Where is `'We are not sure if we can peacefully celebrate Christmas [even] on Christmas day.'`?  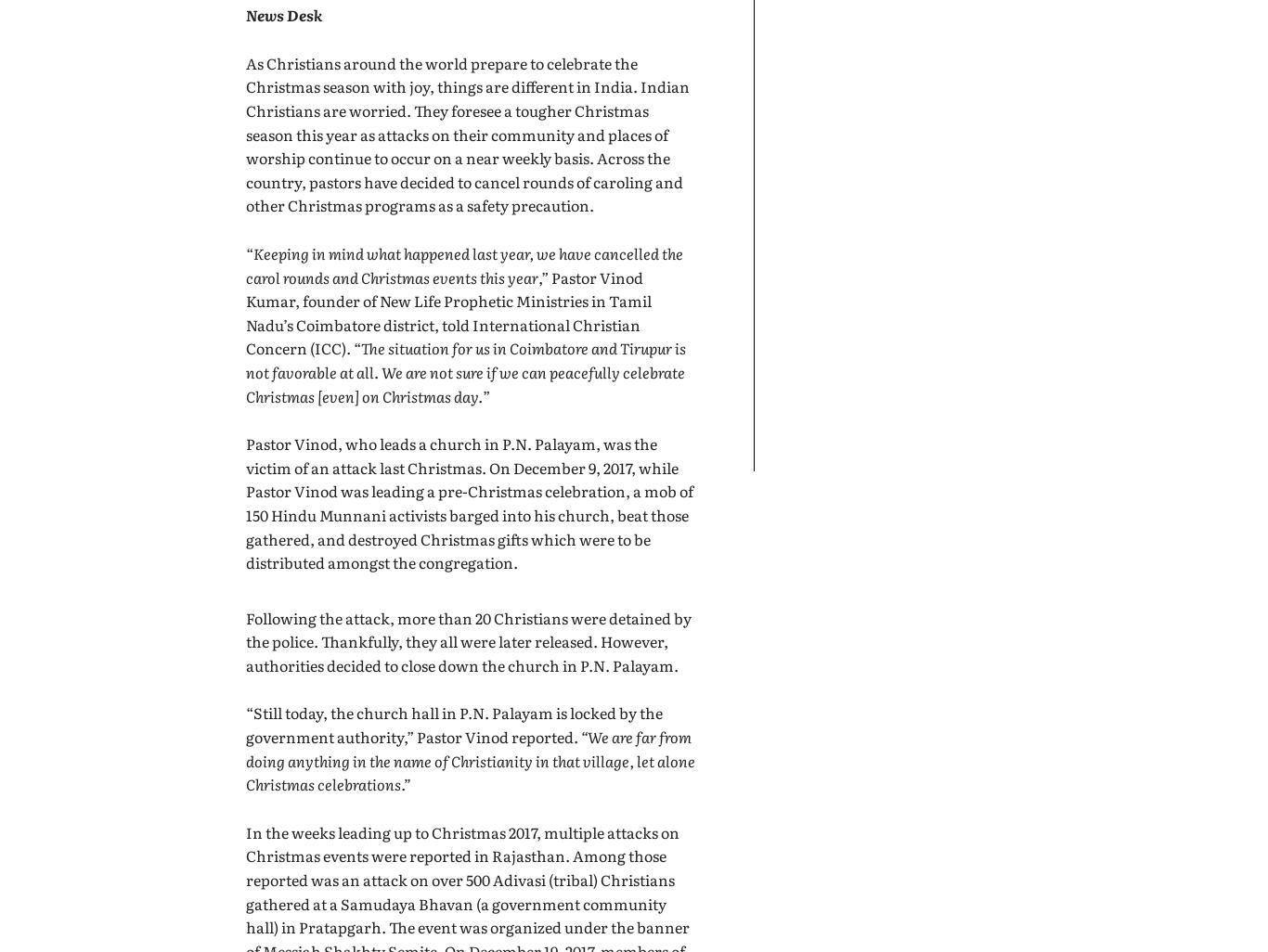
'We are not sure if we can peacefully celebrate Christmas [even] on Christmas day.' is located at coordinates (465, 382).